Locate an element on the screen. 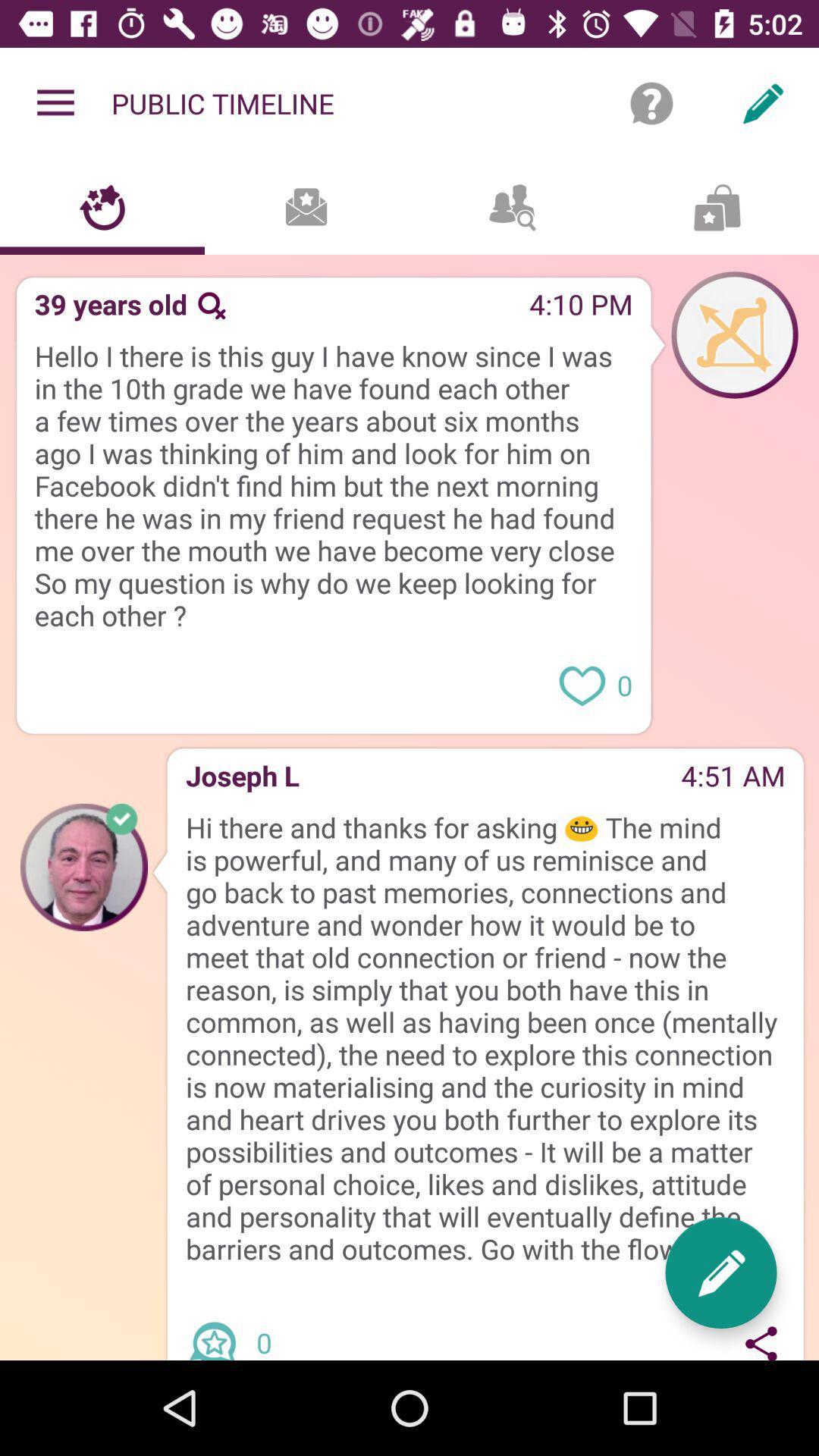 The width and height of the screenshot is (819, 1456). profile is located at coordinates (84, 867).